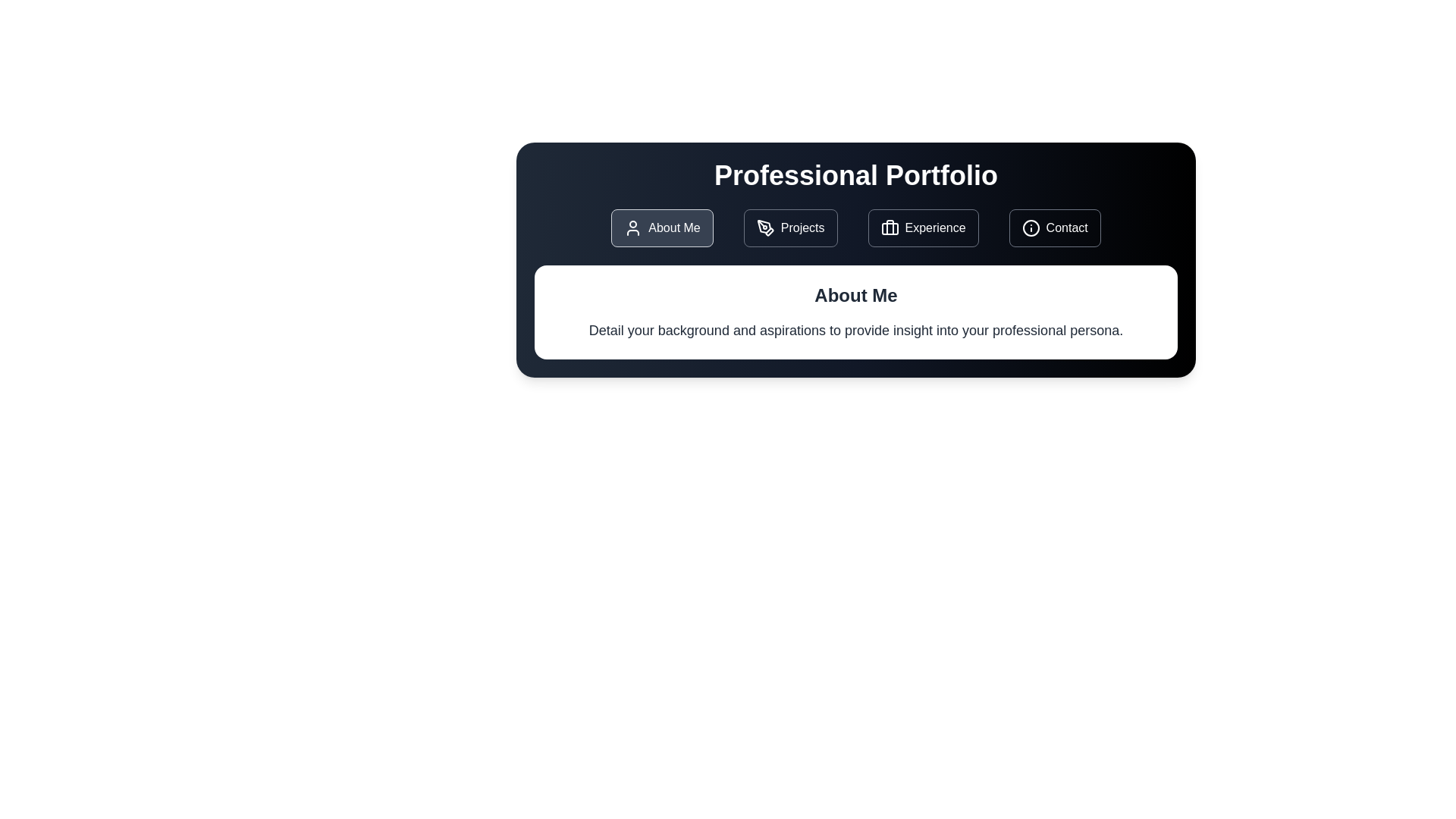 The width and height of the screenshot is (1456, 819). Describe the element at coordinates (1054, 227) in the screenshot. I see `the 'Contact' button located at the far-right end of the button group` at that location.